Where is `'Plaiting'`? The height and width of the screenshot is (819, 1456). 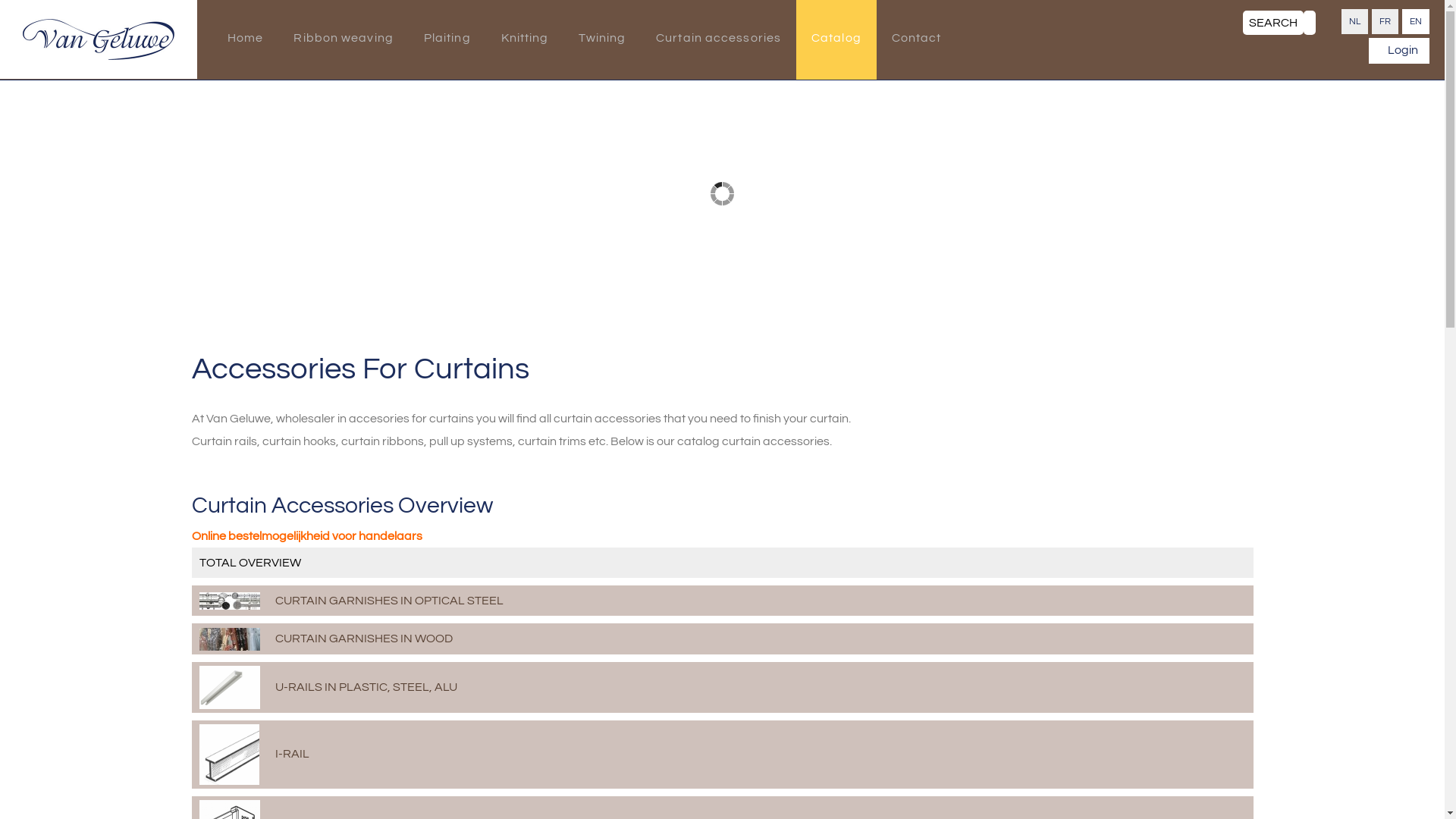
'Plaiting' is located at coordinates (447, 39).